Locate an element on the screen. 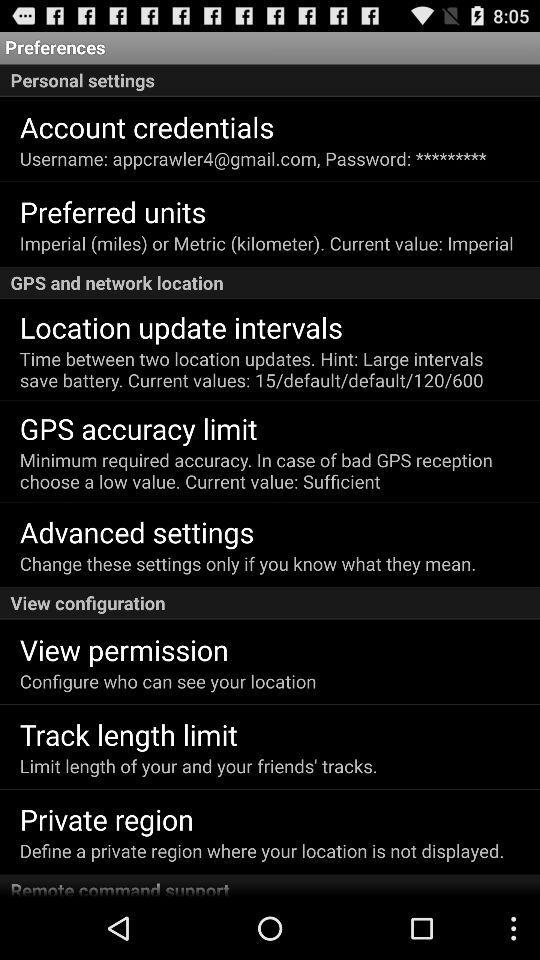  the app below account credentials app is located at coordinates (253, 157).